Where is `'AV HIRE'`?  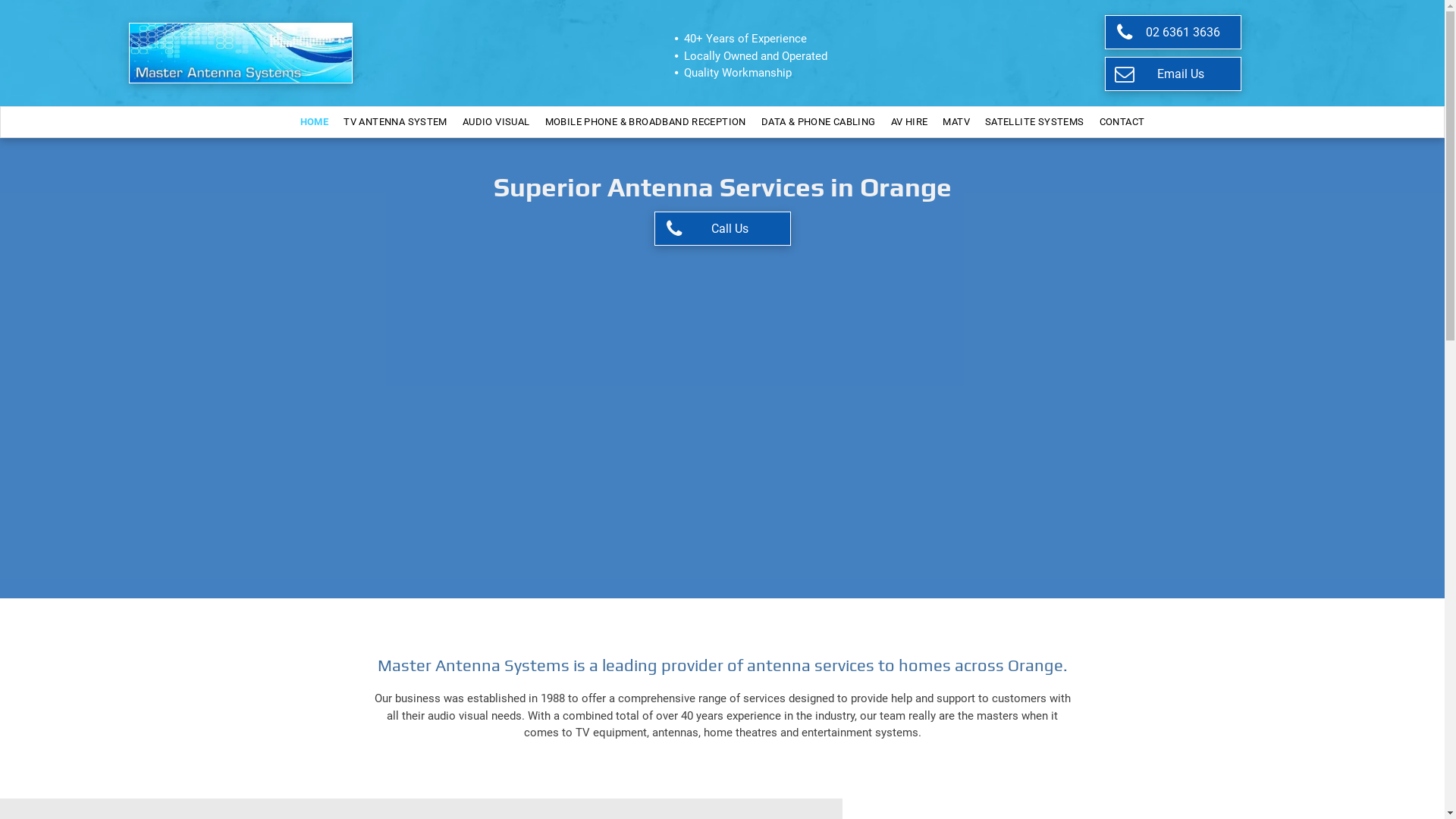
'AV HIRE' is located at coordinates (909, 121).